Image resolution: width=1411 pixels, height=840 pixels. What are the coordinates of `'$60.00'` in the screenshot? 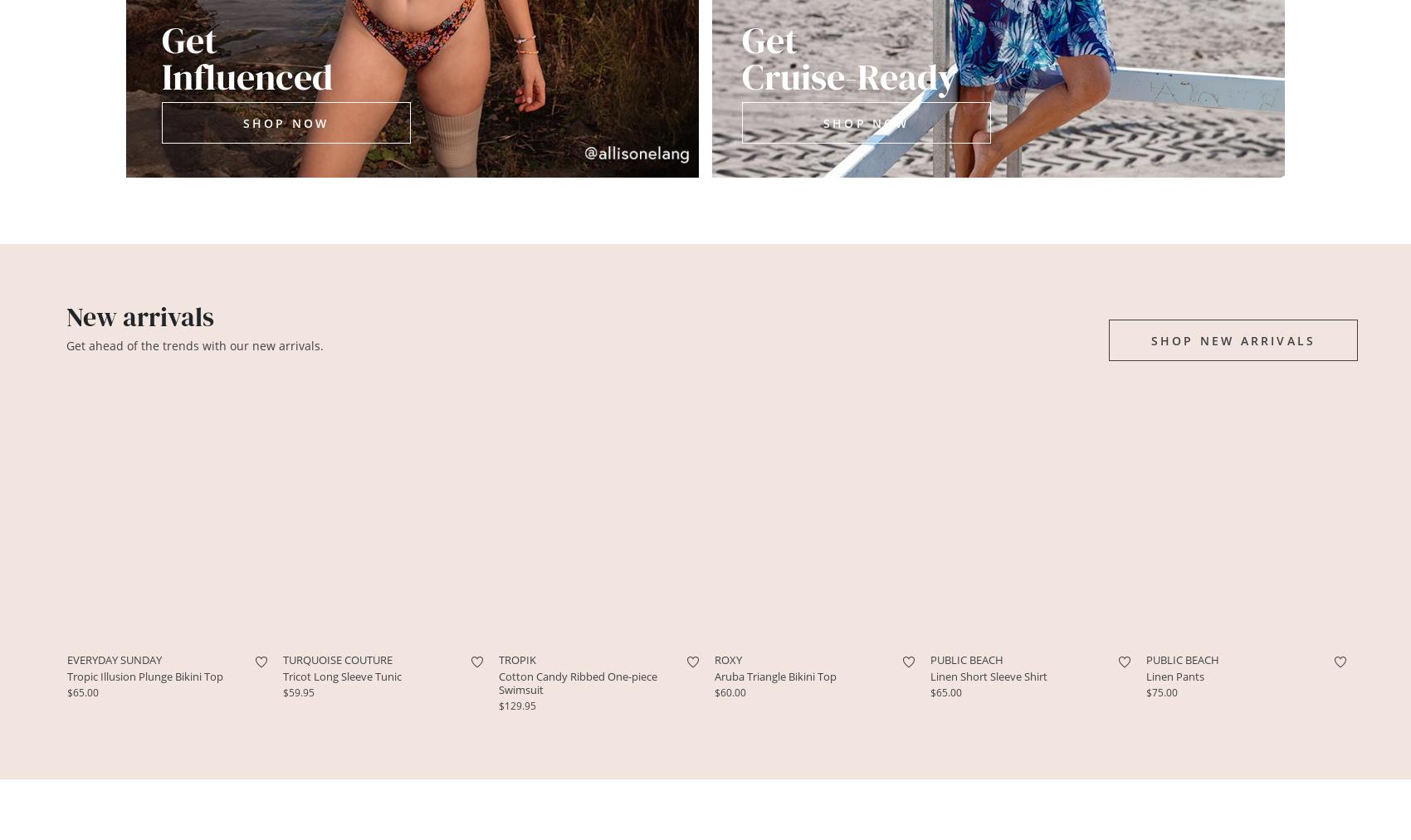 It's located at (730, 691).